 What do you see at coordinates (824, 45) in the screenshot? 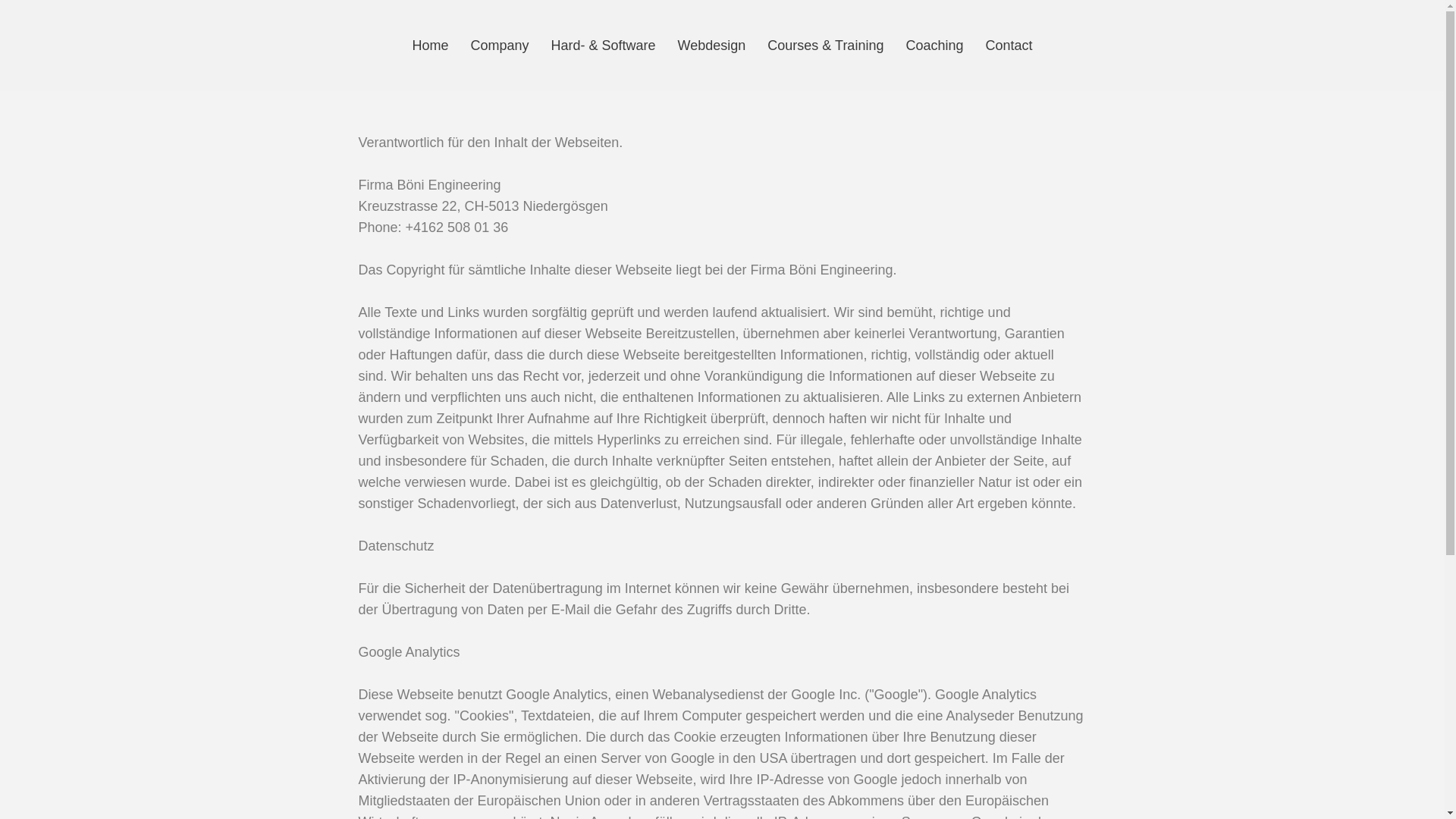
I see `'Courses & Training'` at bounding box center [824, 45].